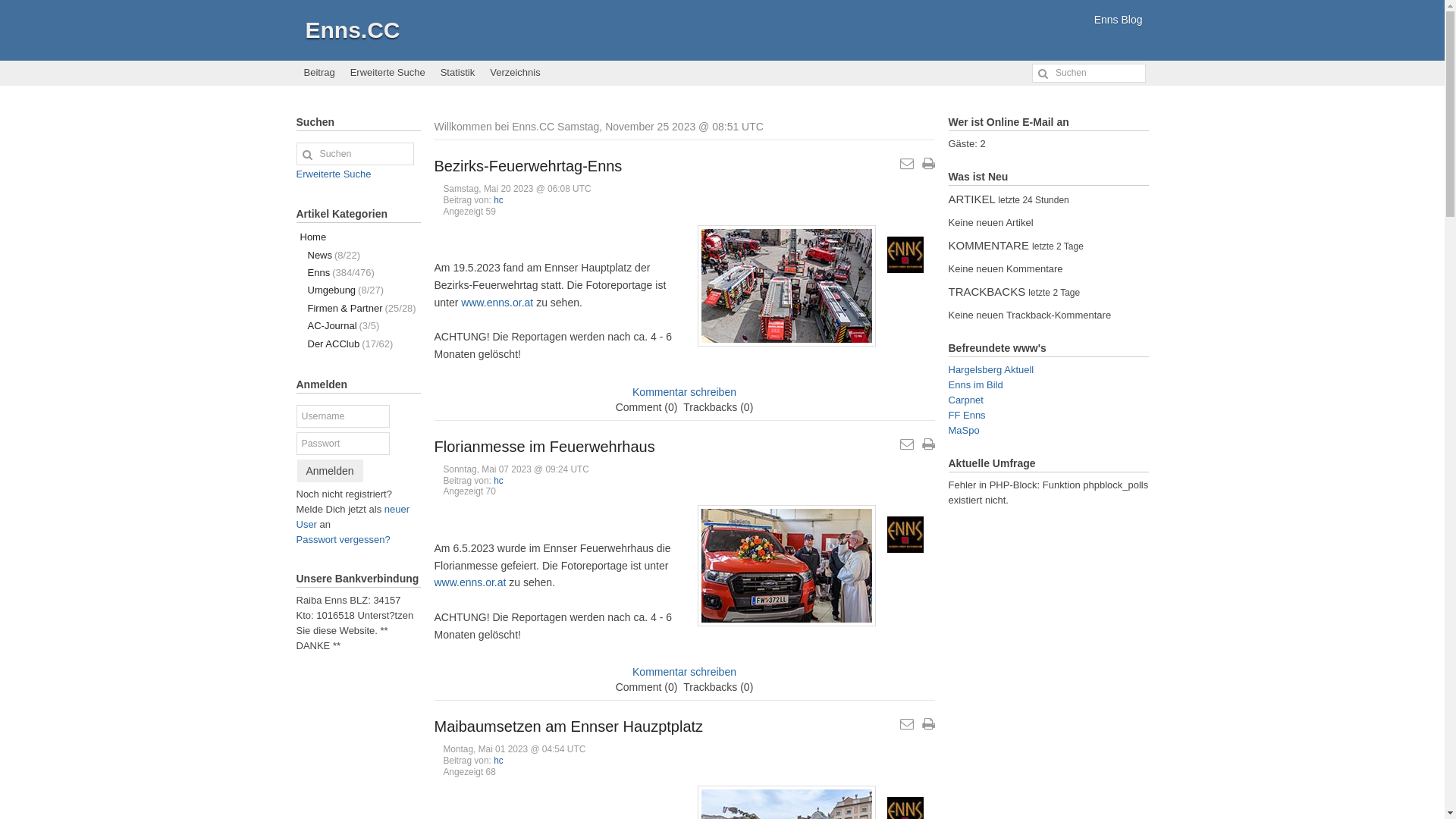  Describe the element at coordinates (683, 391) in the screenshot. I see `'Kommentar schreiben'` at that location.